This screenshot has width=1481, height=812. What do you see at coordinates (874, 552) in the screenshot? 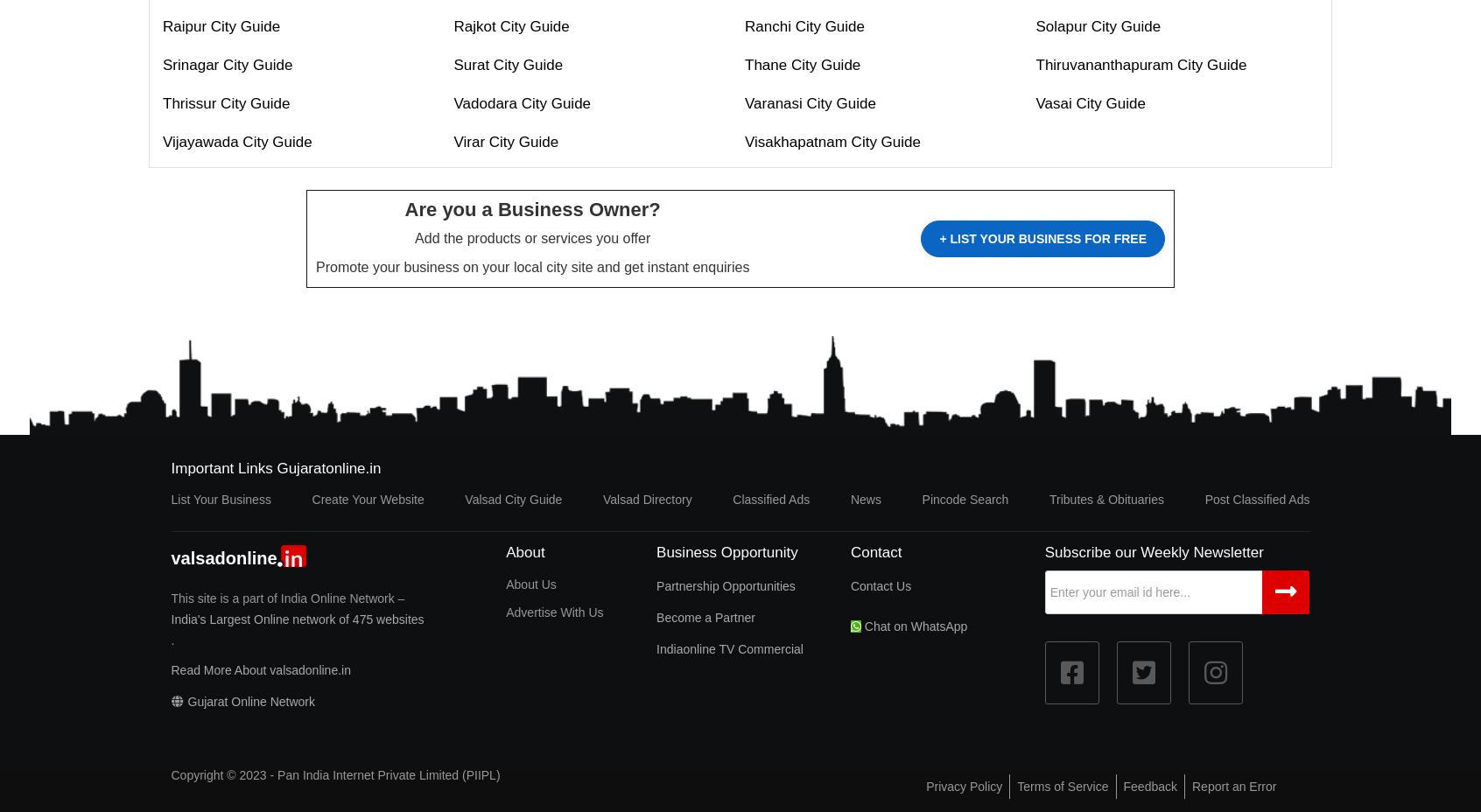
I see `'Contact'` at bounding box center [874, 552].